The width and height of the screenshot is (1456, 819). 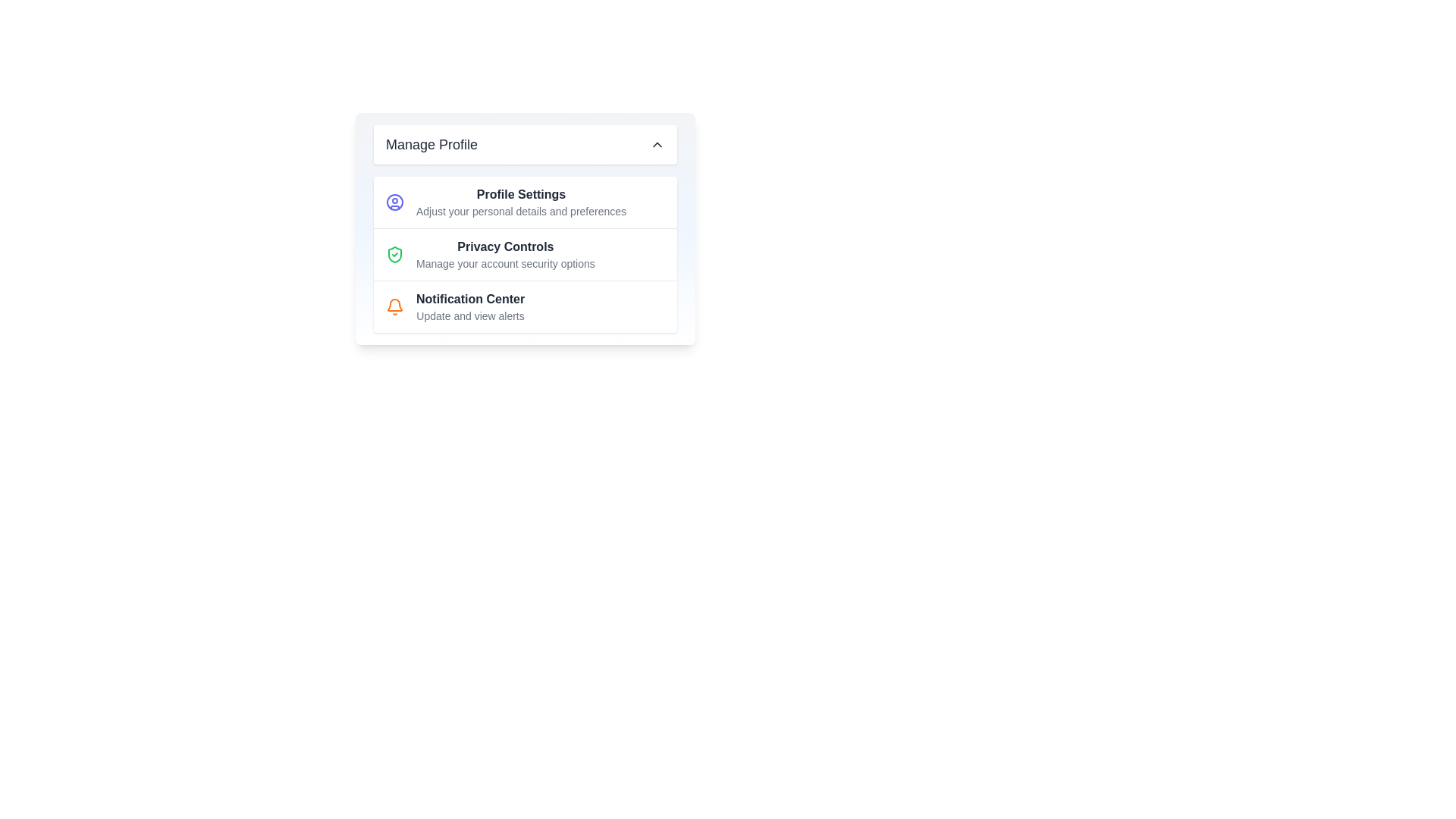 I want to click on the inline text label reading 'Update and view alerts', which is styled in muted gray and positioned beneath the title 'Notification Center', so click(x=469, y=315).